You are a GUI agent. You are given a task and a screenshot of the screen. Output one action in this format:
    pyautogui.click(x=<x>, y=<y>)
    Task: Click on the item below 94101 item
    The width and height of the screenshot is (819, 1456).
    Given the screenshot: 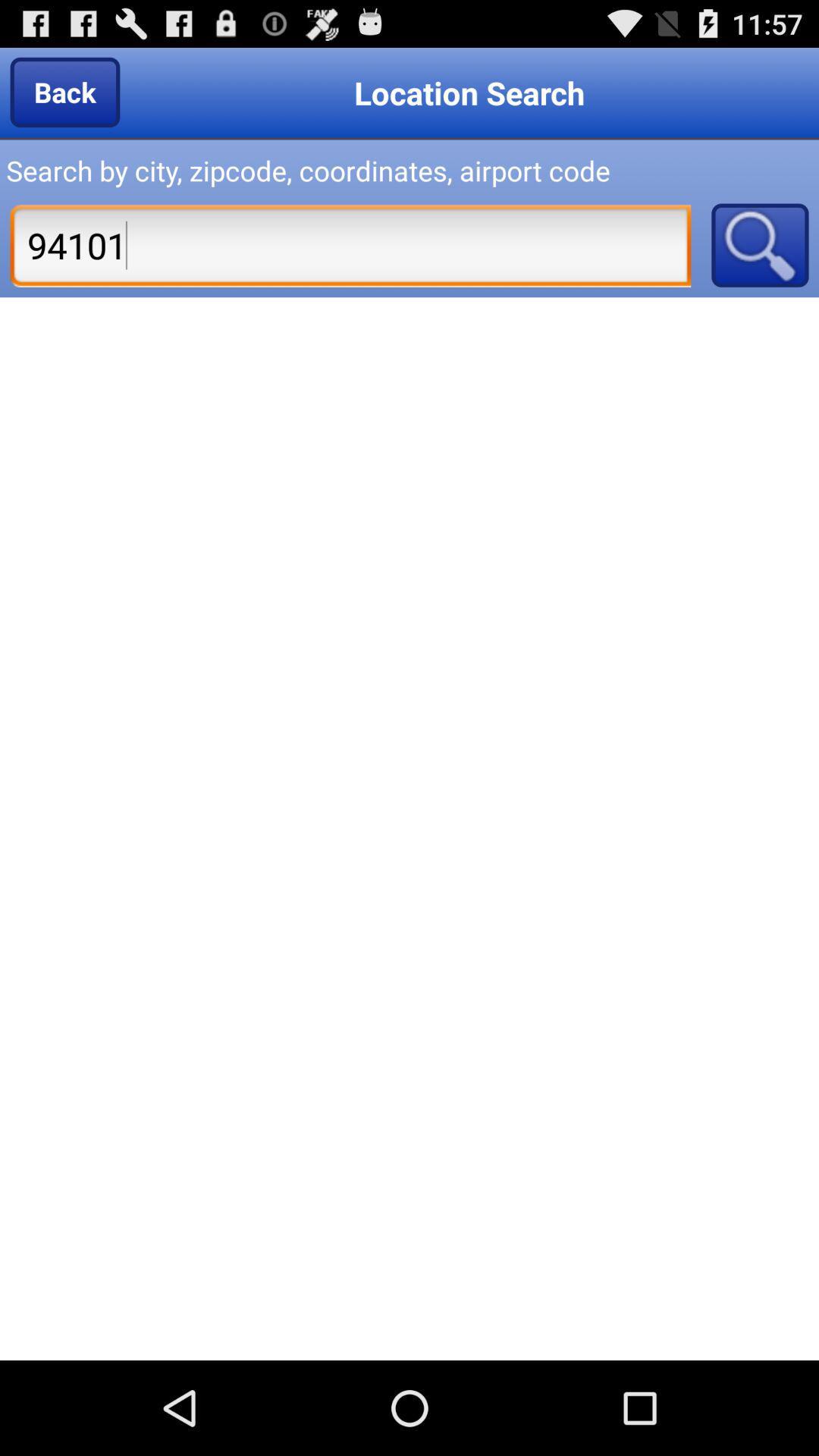 What is the action you would take?
    pyautogui.click(x=409, y=828)
    